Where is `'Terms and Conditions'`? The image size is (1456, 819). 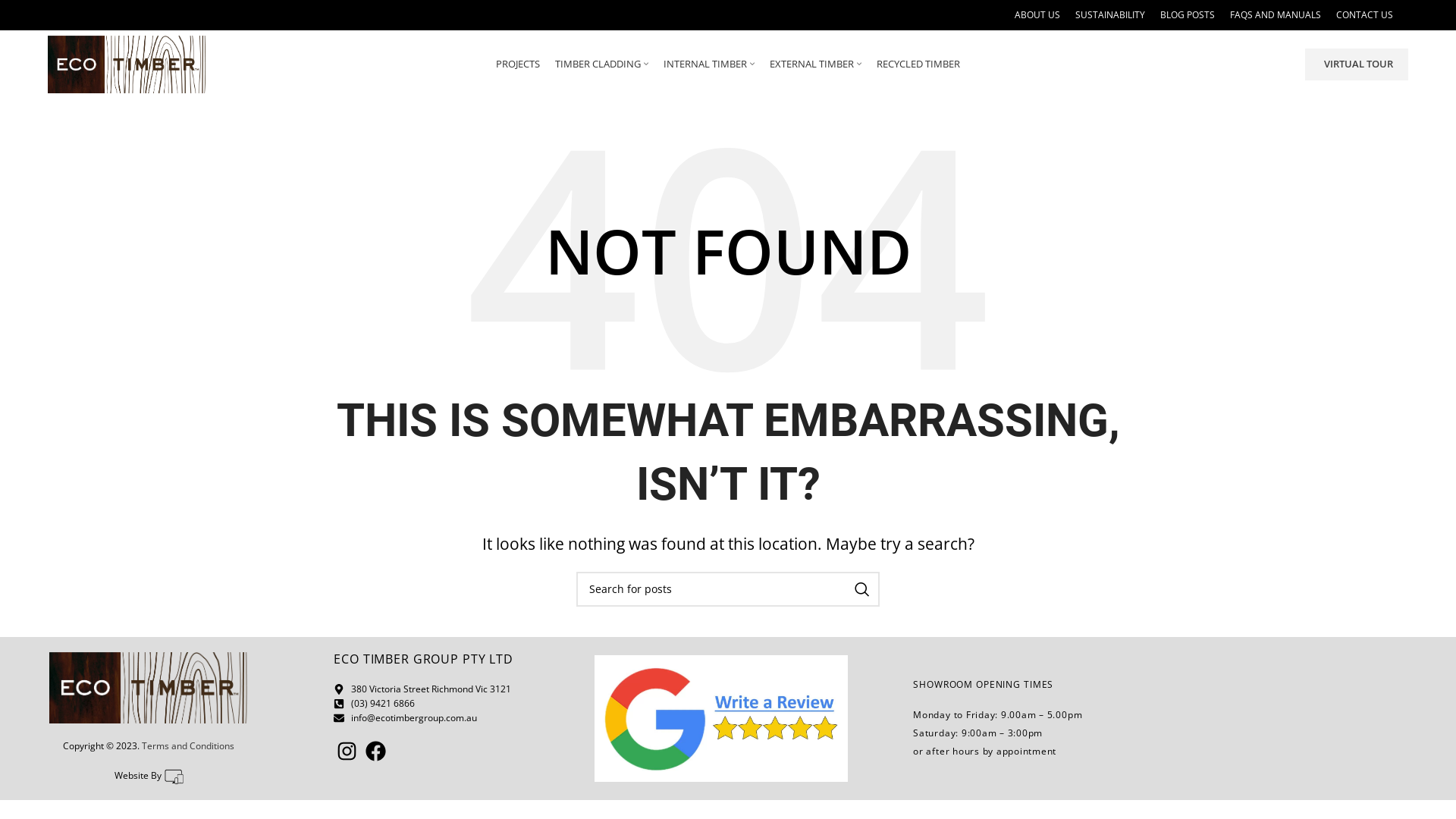 'Terms and Conditions' is located at coordinates (187, 745).